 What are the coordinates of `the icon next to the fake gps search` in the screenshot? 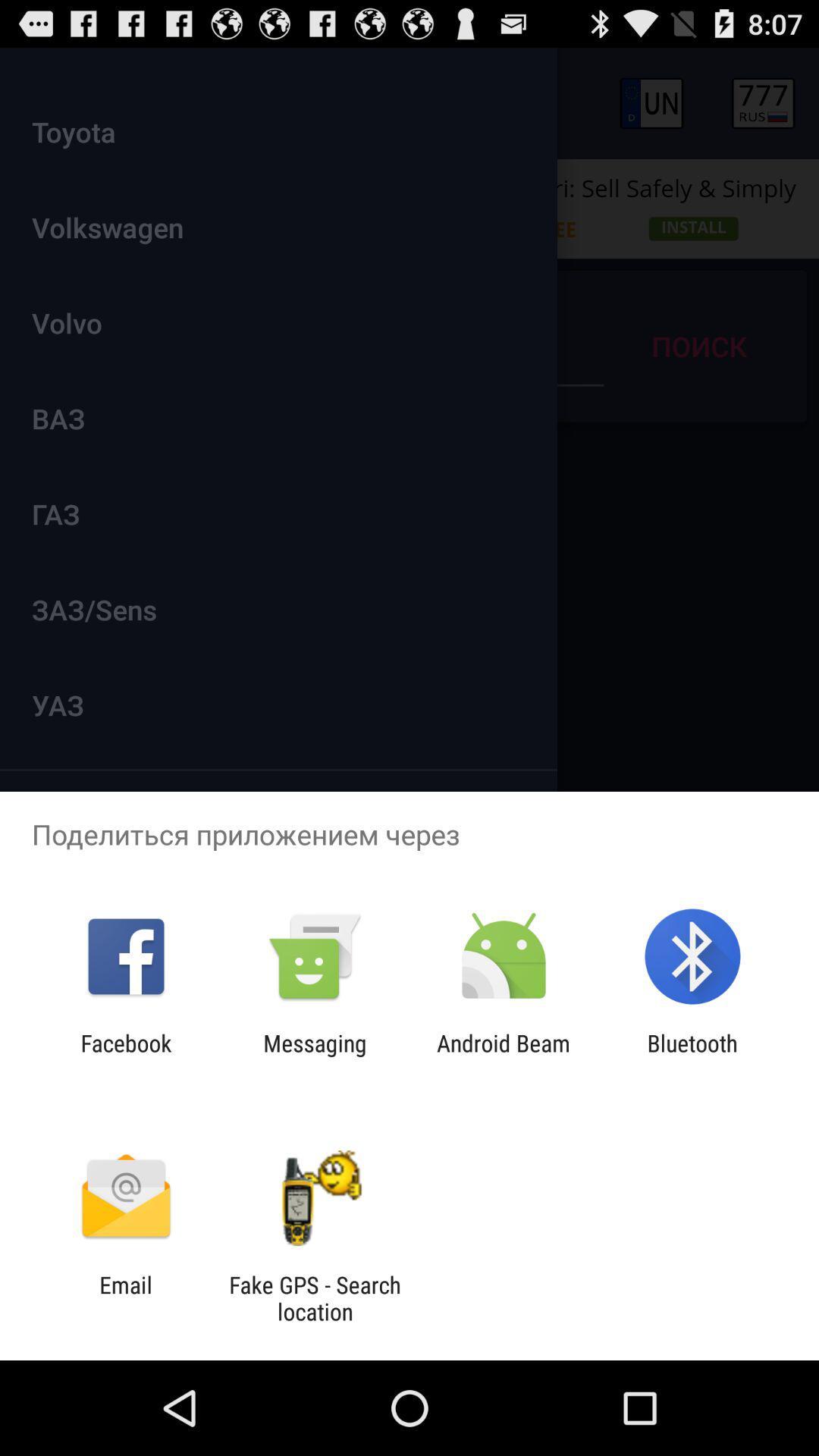 It's located at (125, 1298).